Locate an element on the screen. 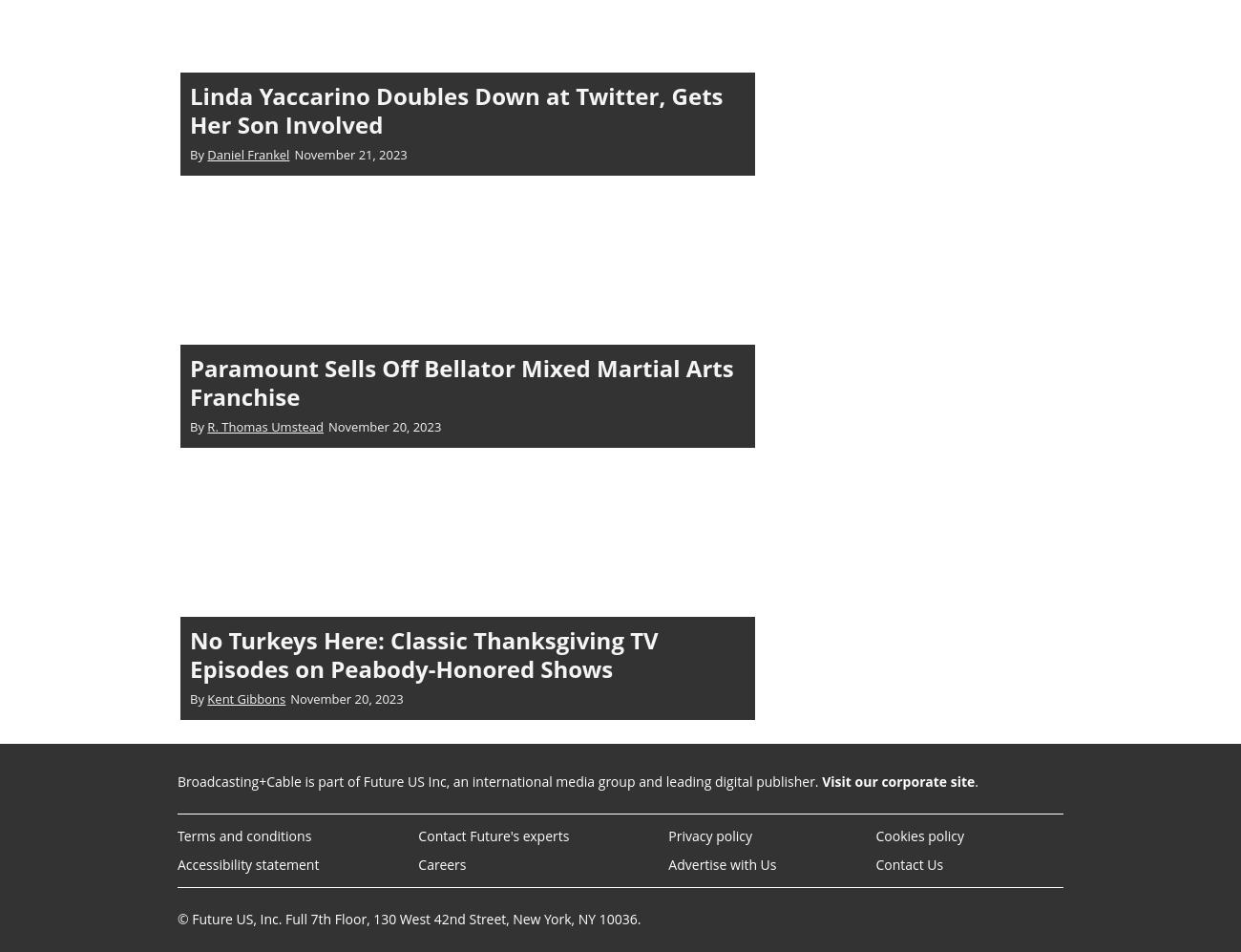 This screenshot has width=1241, height=952. 'R. Thomas Umstead' is located at coordinates (264, 425).